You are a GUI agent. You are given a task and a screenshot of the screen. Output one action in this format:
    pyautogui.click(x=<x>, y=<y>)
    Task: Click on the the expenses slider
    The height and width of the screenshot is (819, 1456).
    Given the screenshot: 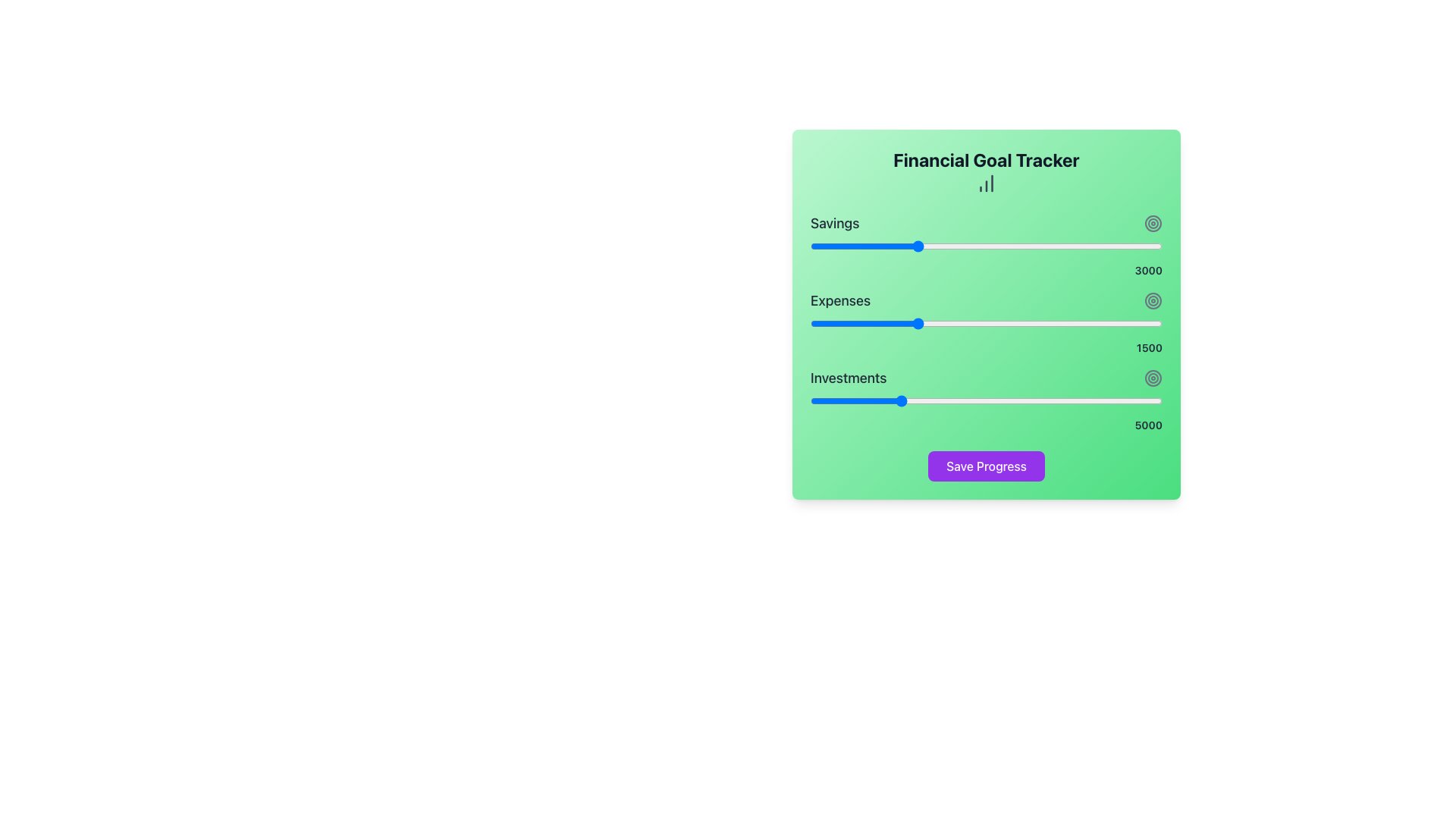 What is the action you would take?
    pyautogui.click(x=811, y=323)
    